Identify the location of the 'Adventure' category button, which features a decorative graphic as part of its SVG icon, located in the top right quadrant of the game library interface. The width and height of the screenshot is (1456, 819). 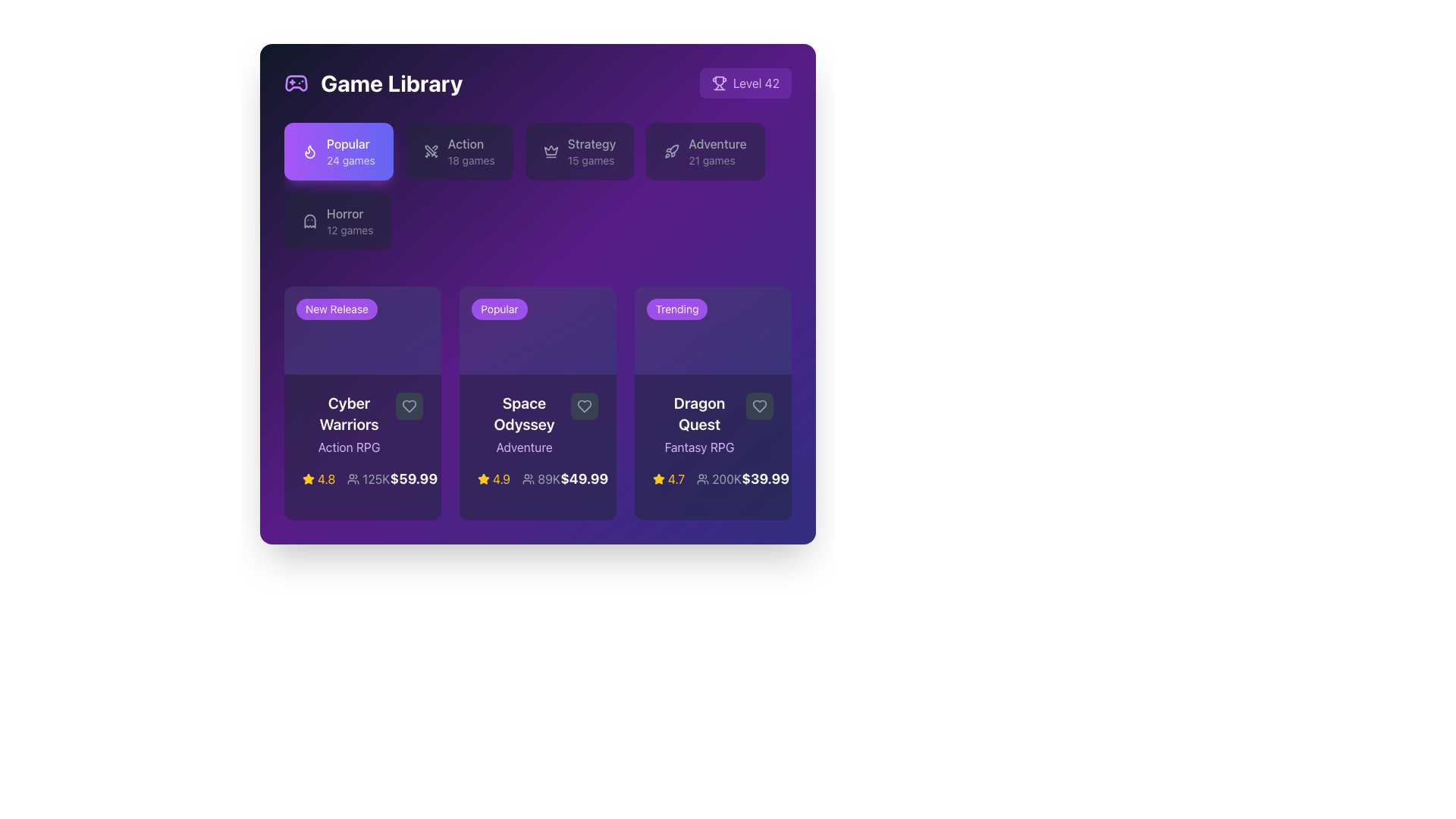
(673, 149).